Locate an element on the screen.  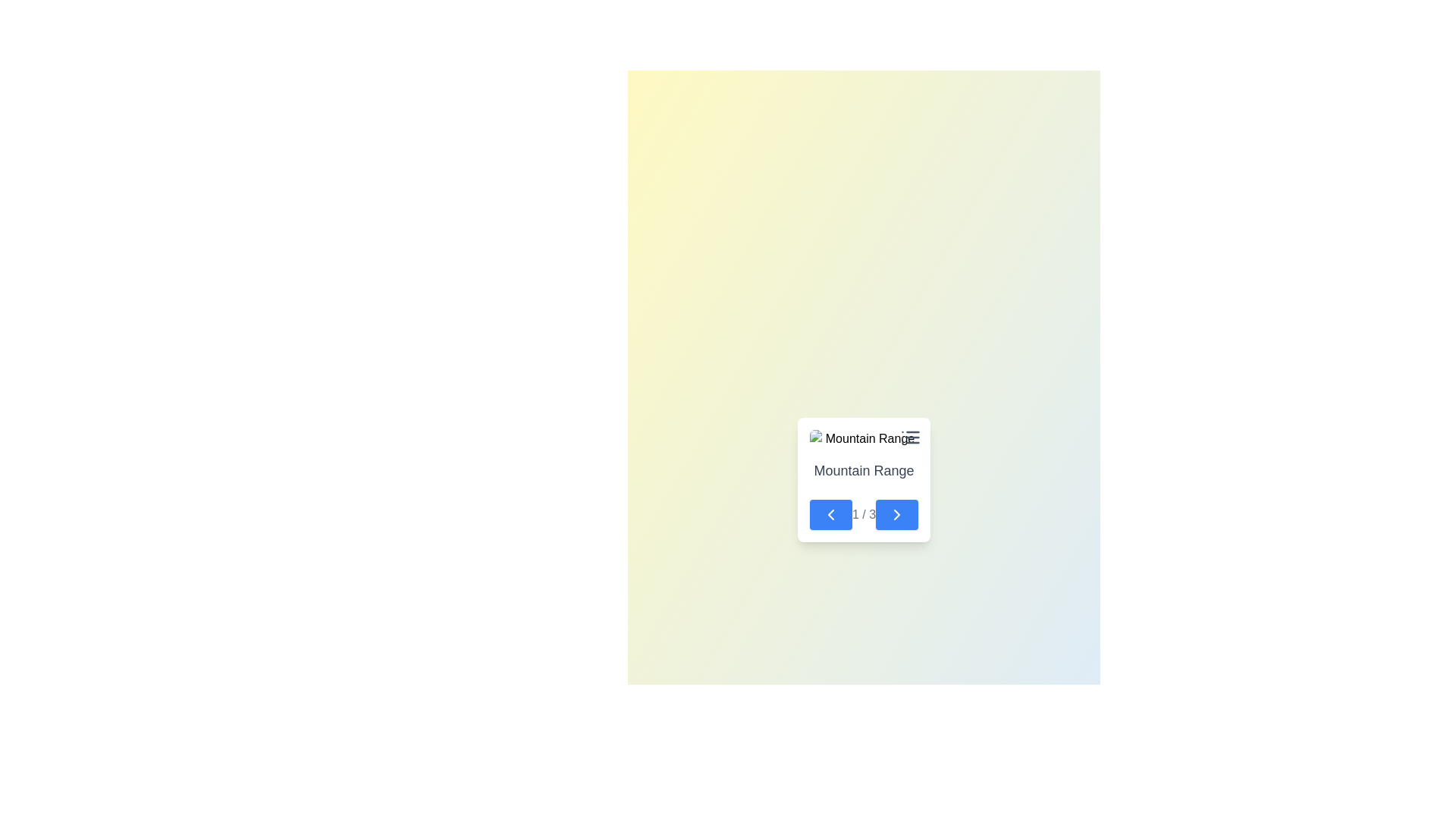
the Navigation button icon, which is a rightward-pointing chevron inside a small blue circular button, located to the right of the '1 / 3' text is located at coordinates (897, 513).